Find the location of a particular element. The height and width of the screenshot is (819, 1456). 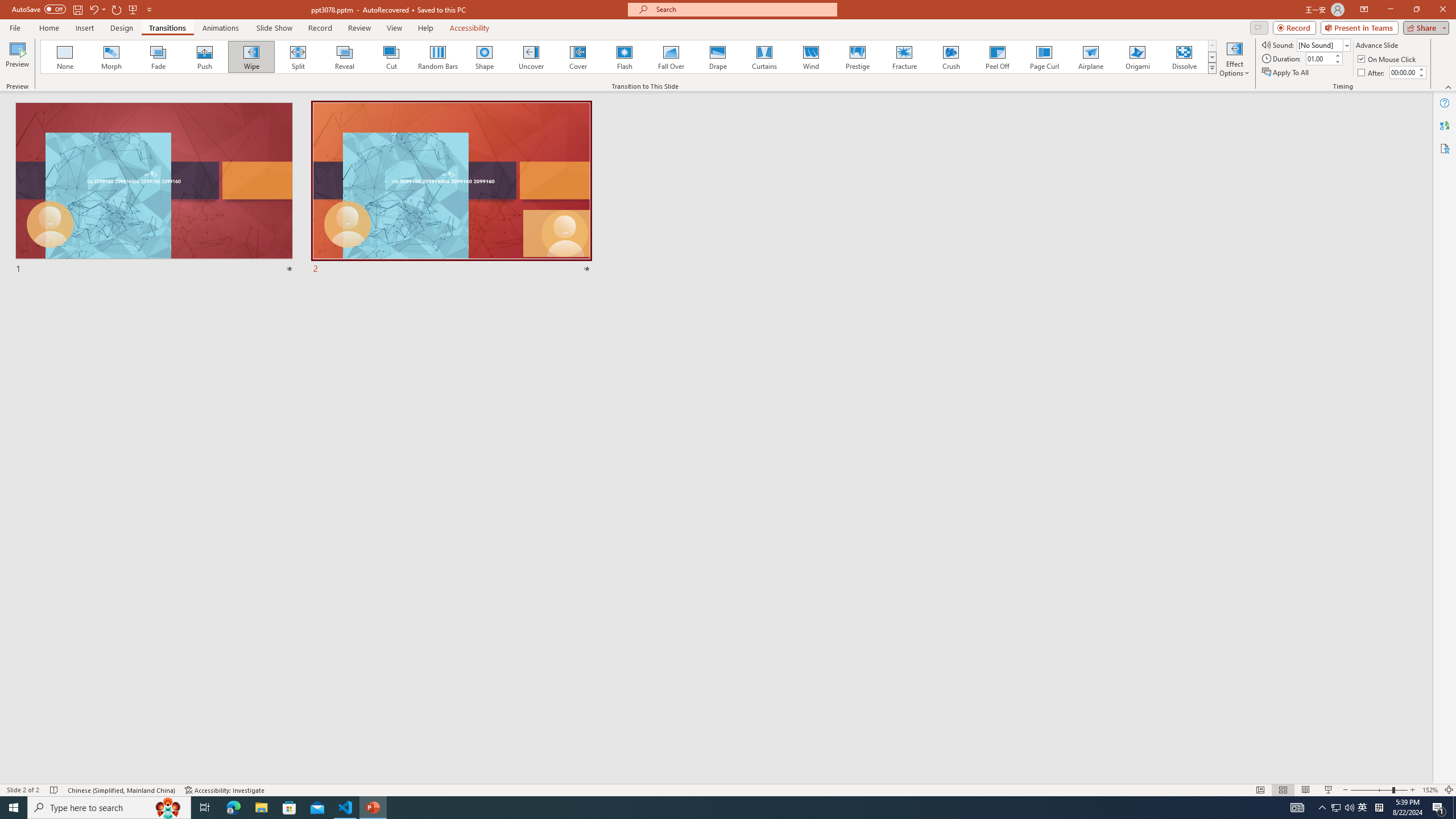

'Transition Effects' is located at coordinates (1212, 67).